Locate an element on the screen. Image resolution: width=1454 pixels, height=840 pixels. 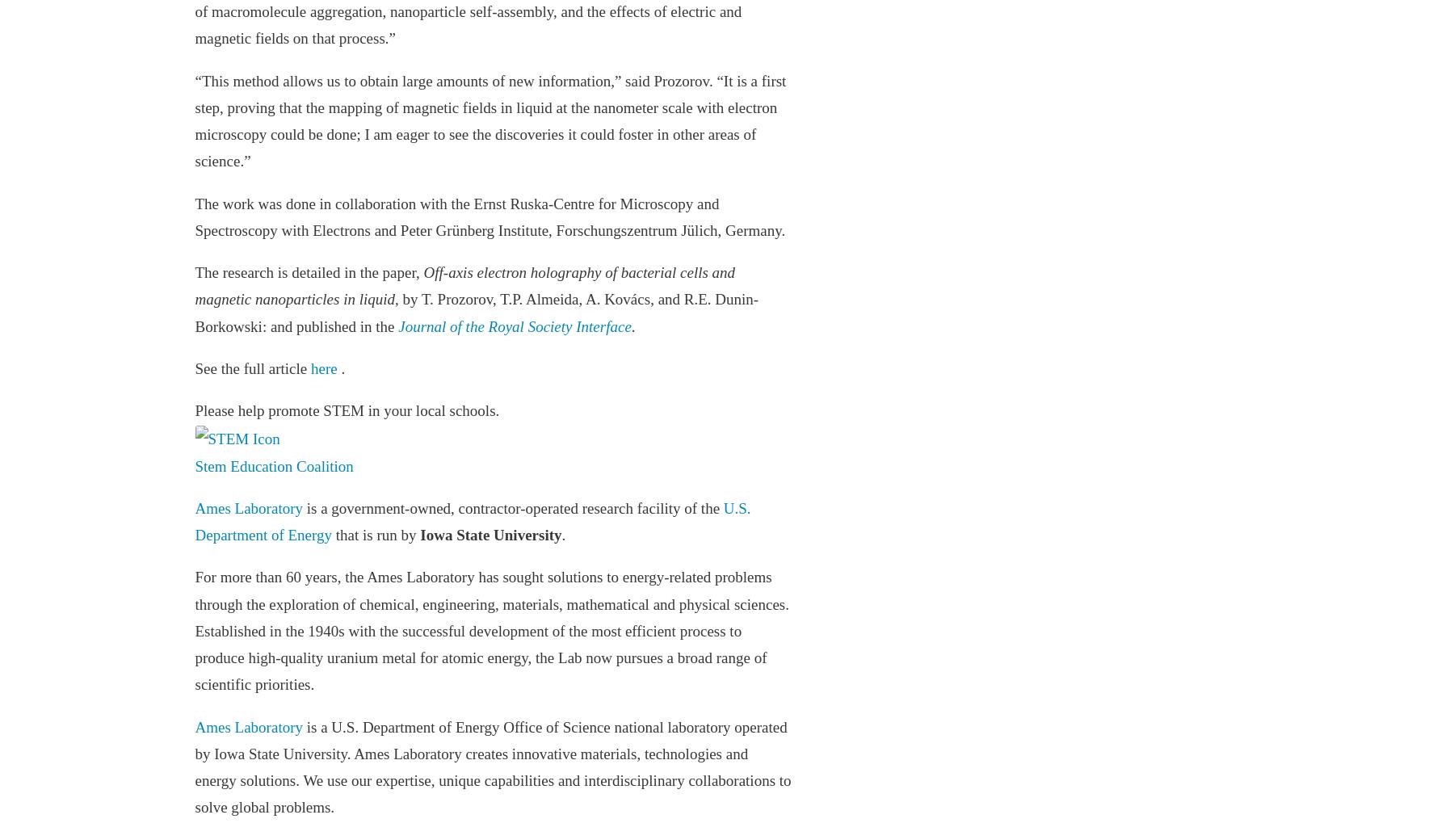
'is a government-owned, contractor-operated research facility of the' is located at coordinates (512, 506).